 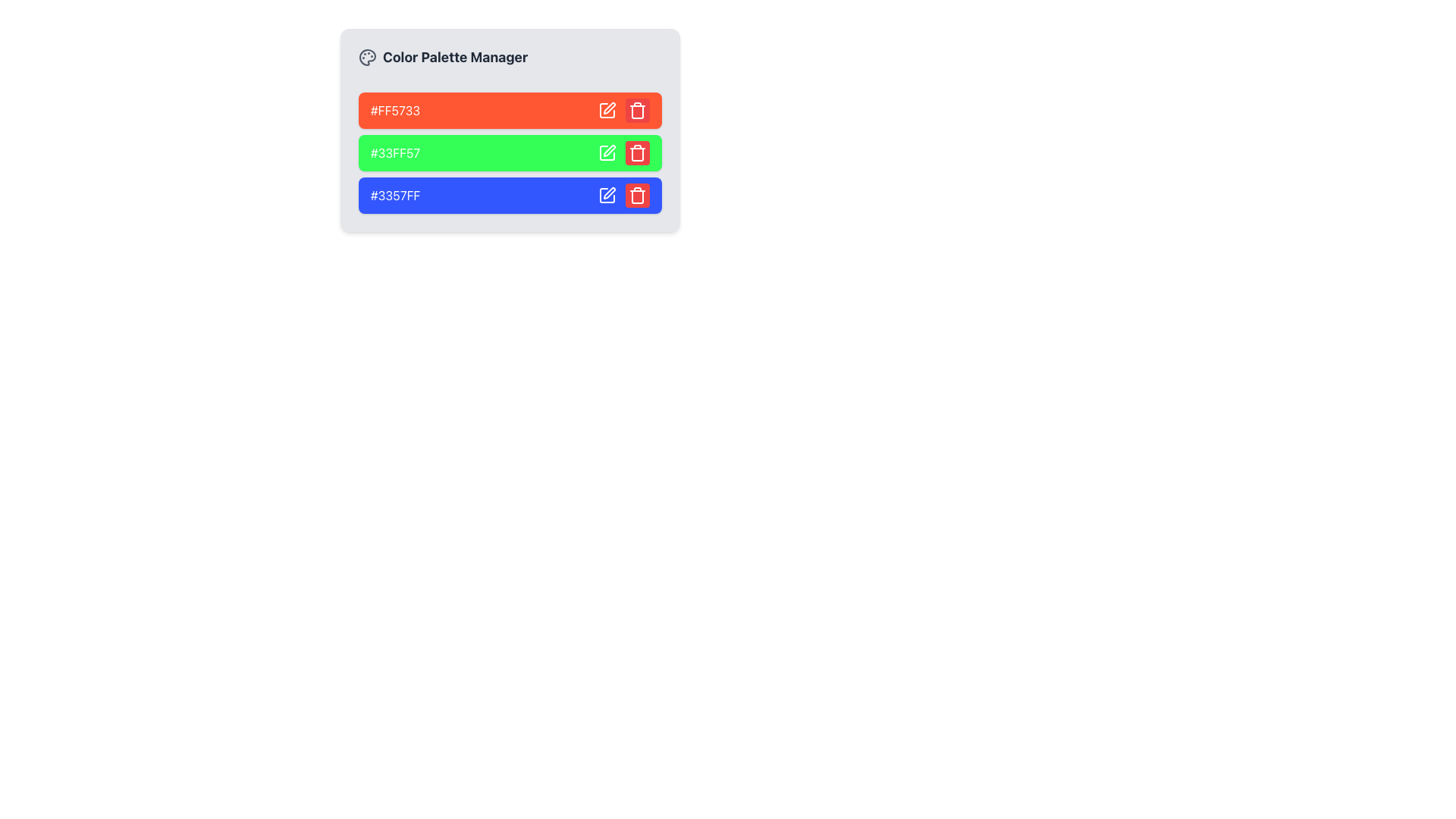 What do you see at coordinates (607, 152) in the screenshot?
I see `the edit button located to the right of the green color block labeled '#33FF57', which is the first icon in a set of interactive controls` at bounding box center [607, 152].